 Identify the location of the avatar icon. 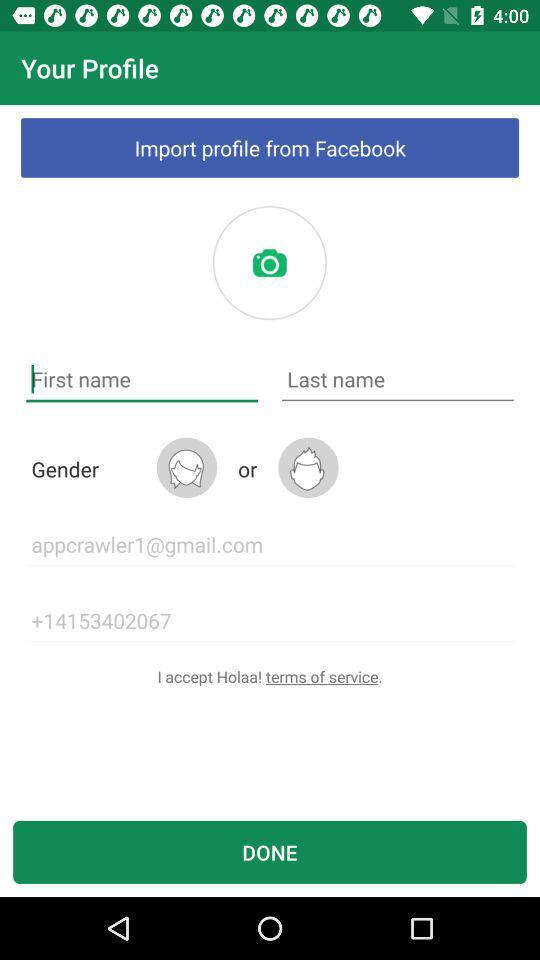
(186, 467).